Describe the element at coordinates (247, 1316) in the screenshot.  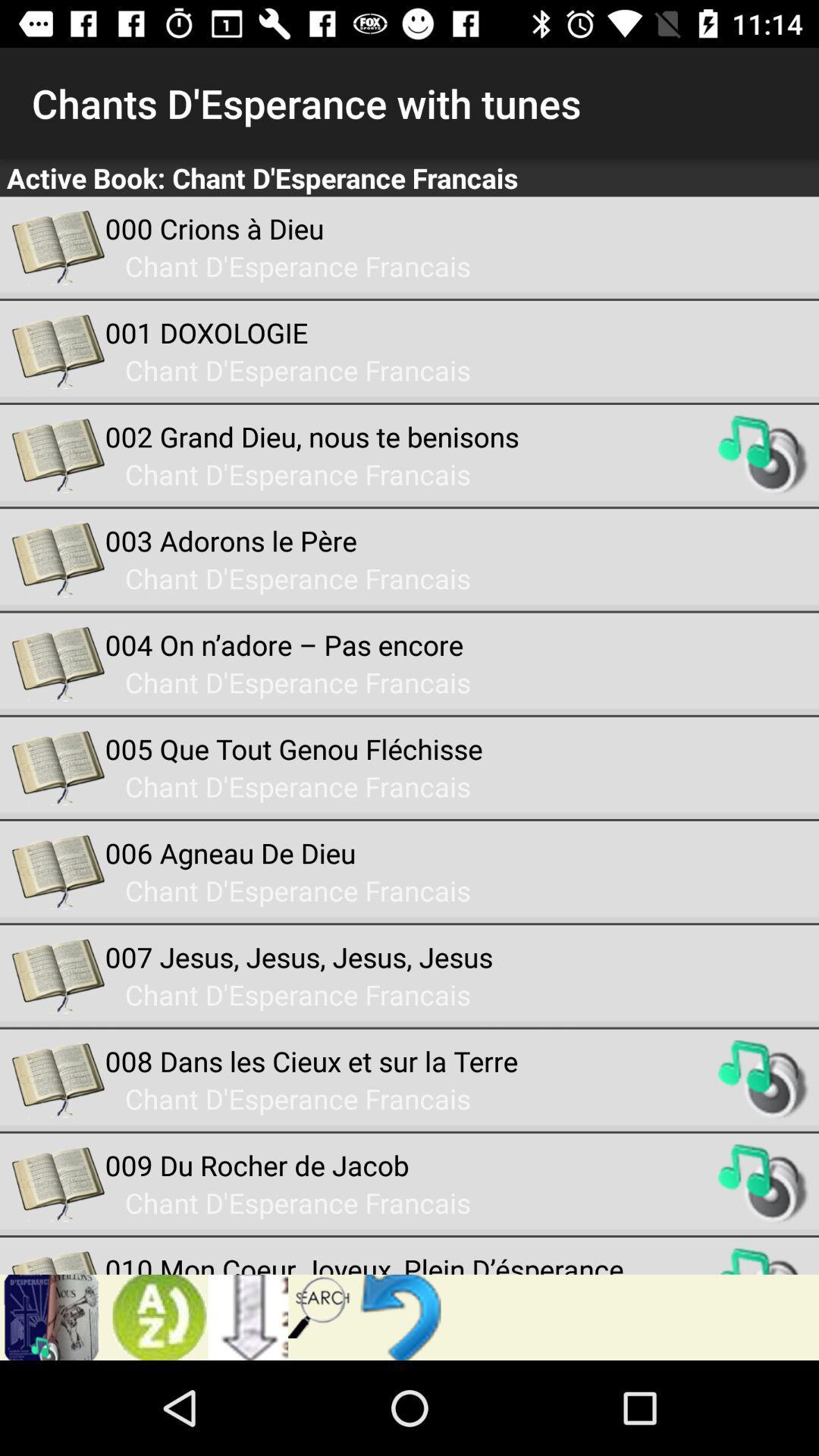
I see `the arrow_downward icon` at that location.